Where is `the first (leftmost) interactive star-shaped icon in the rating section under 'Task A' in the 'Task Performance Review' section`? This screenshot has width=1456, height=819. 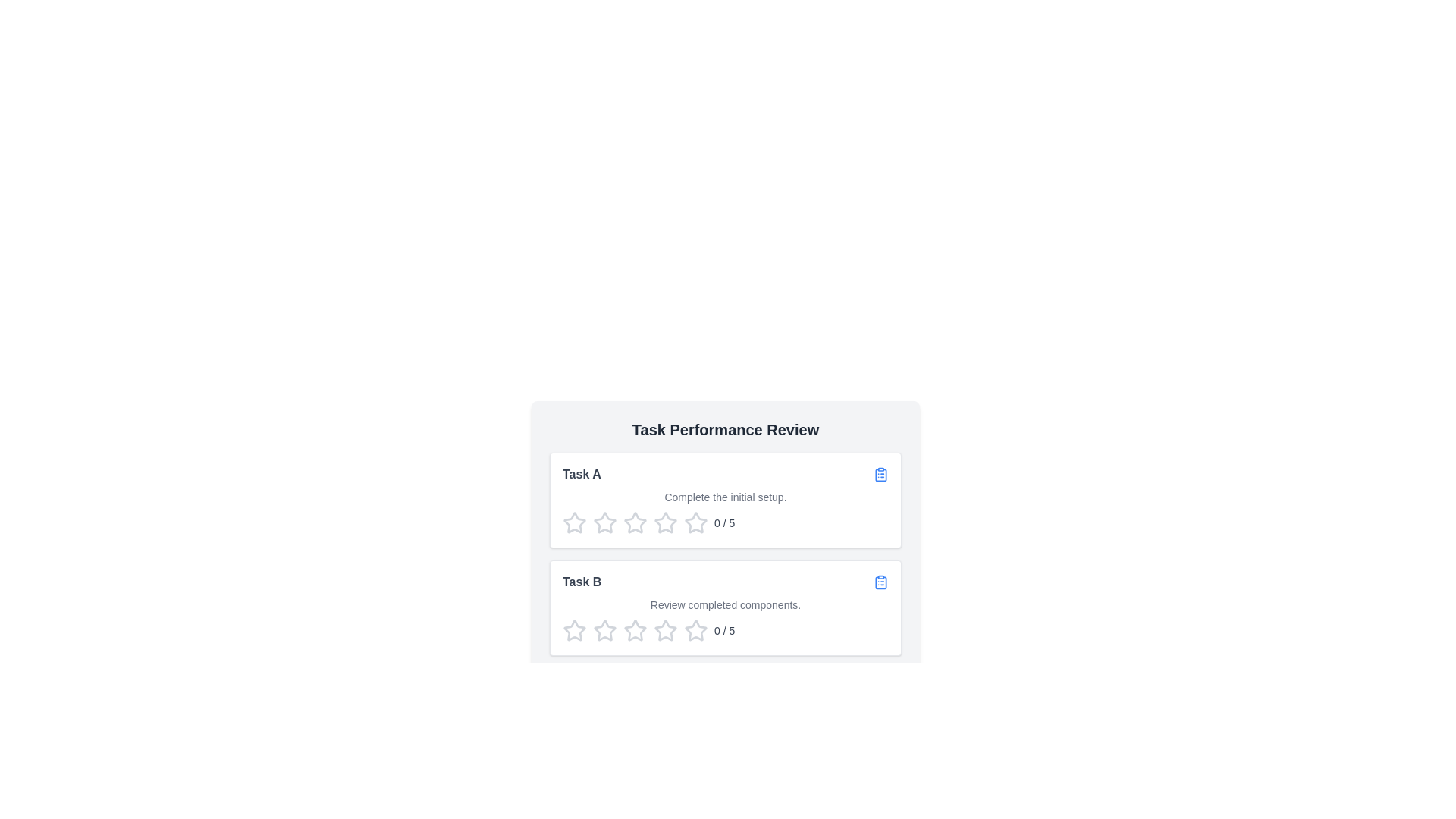 the first (leftmost) interactive star-shaped icon in the rating section under 'Task A' in the 'Task Performance Review' section is located at coordinates (604, 522).